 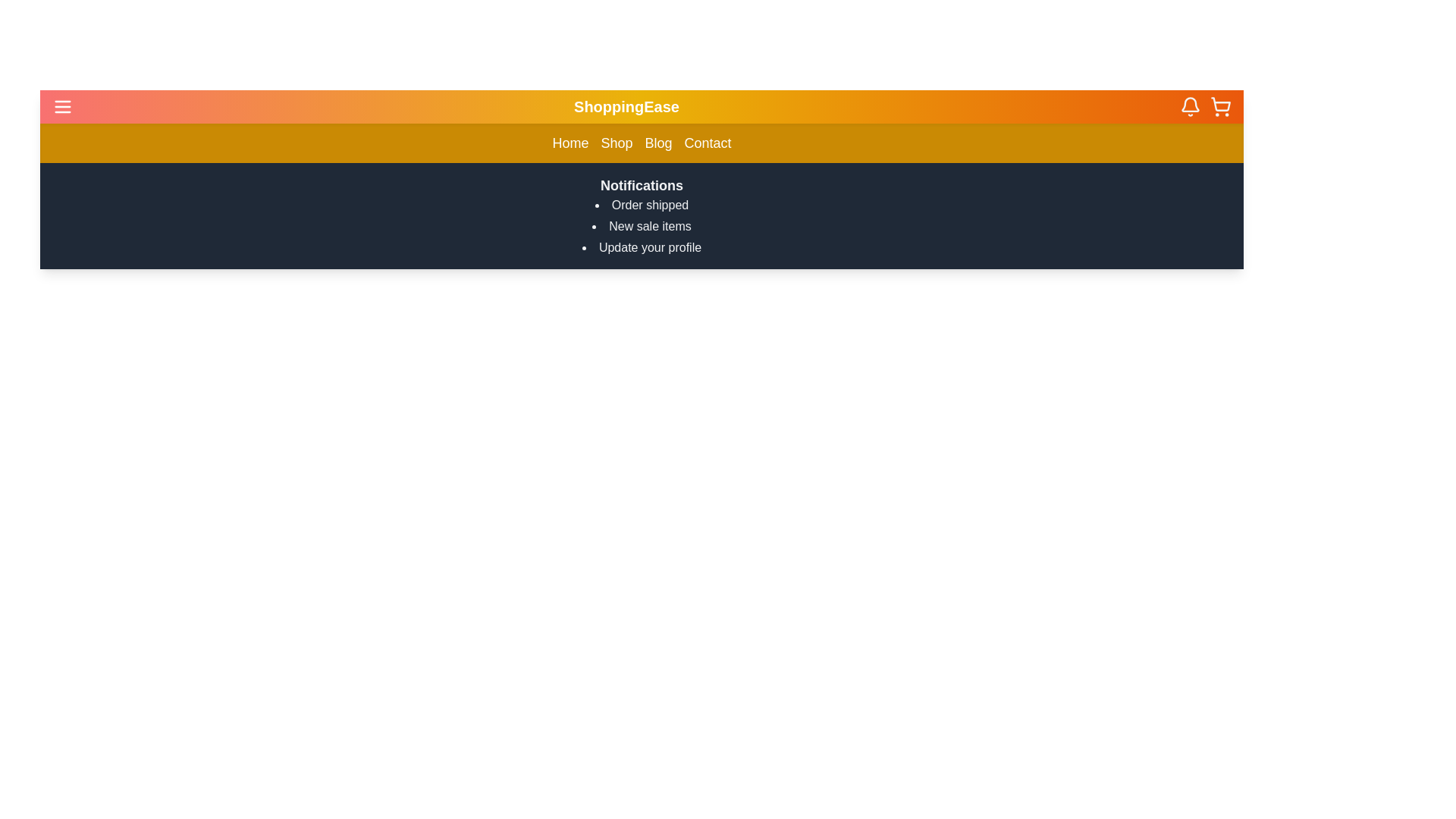 What do you see at coordinates (61, 106) in the screenshot?
I see `the hamburger menu button with a gradient pink background, located on the far left edge of the top navigation bar adjacent to 'ShoppingEase' for keyboard interaction` at bounding box center [61, 106].